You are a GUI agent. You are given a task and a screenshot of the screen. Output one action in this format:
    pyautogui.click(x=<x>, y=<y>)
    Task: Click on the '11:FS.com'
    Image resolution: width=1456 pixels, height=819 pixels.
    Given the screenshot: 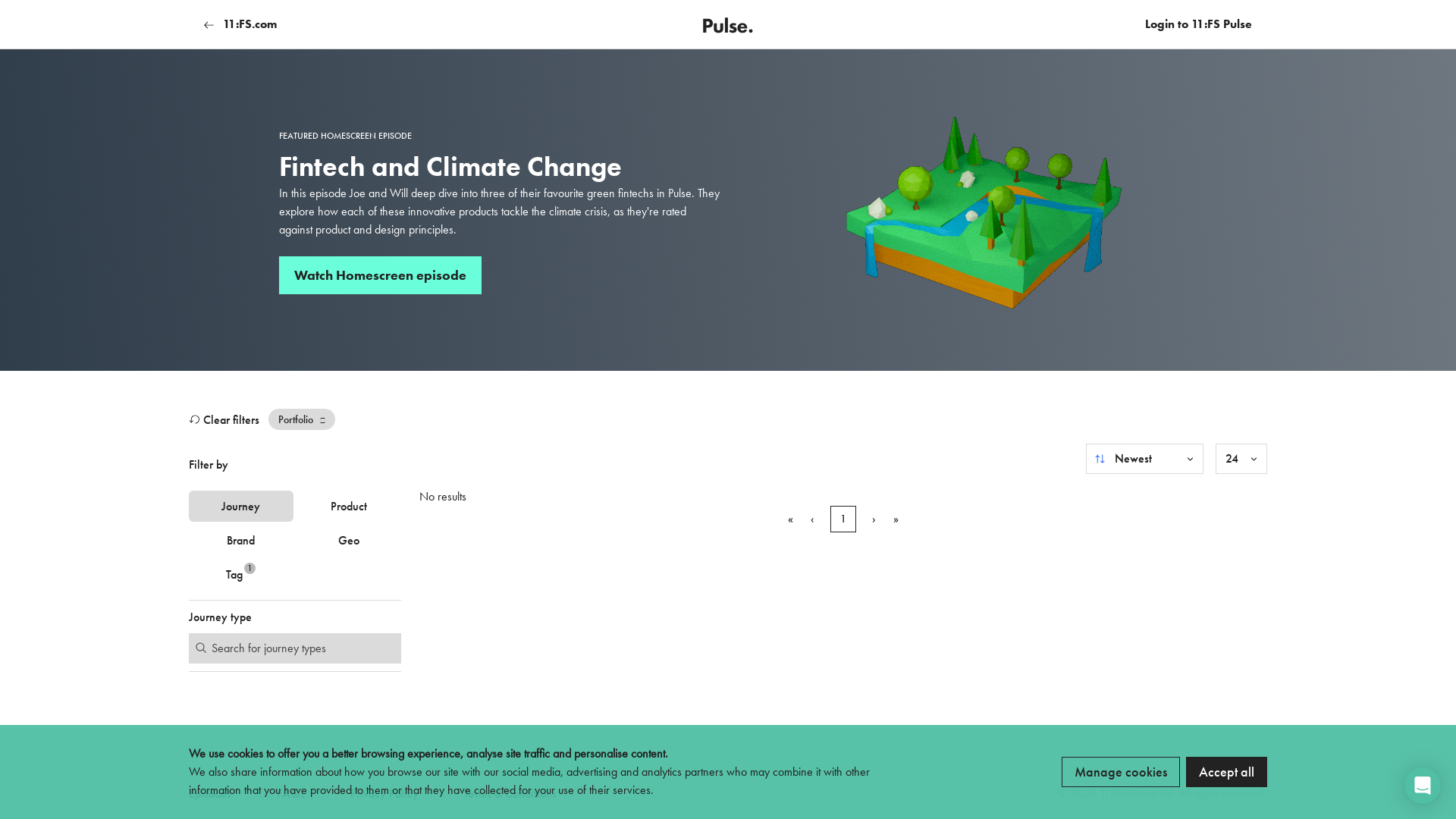 What is the action you would take?
    pyautogui.click(x=239, y=24)
    